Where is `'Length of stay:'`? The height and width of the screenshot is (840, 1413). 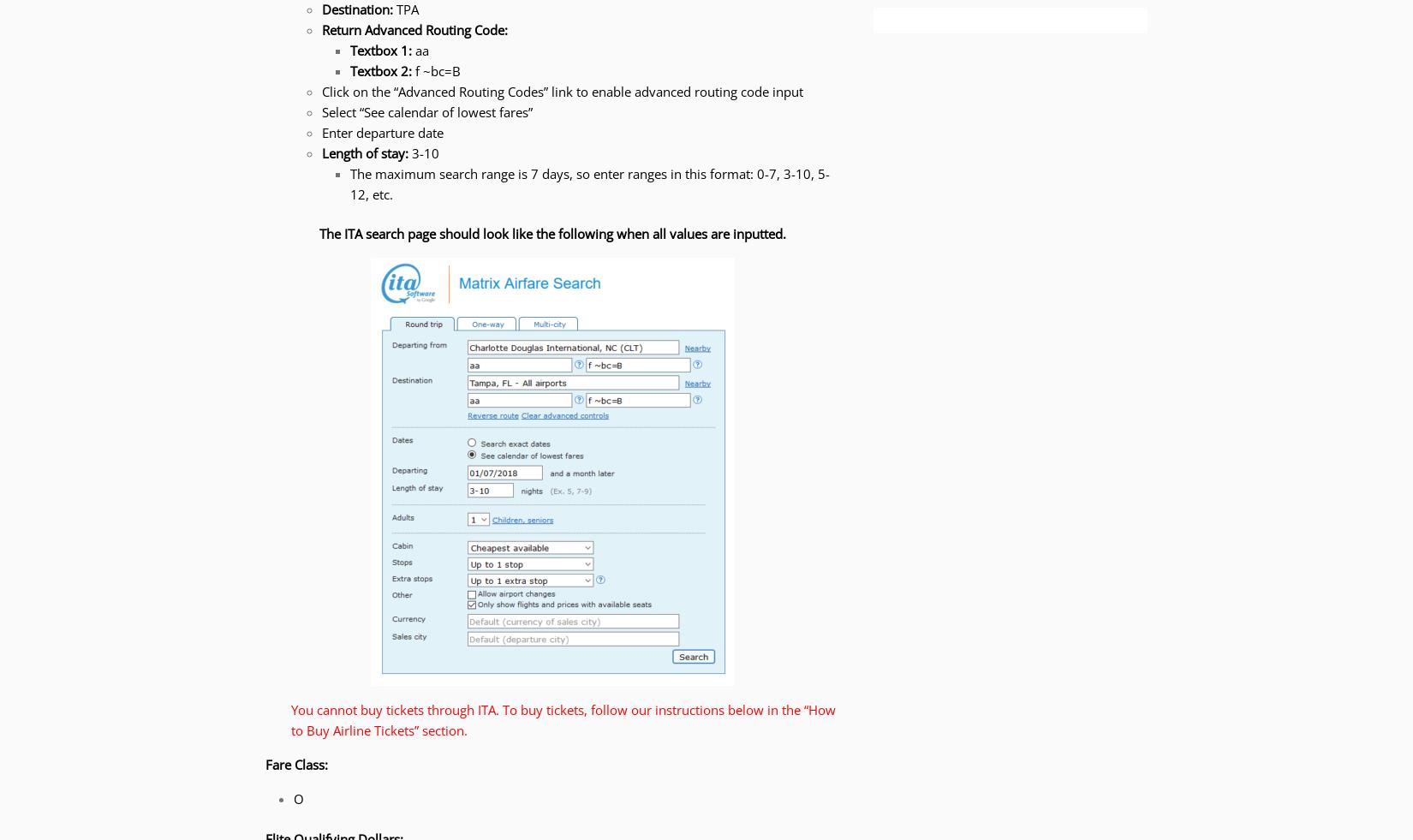
'Length of stay:' is located at coordinates (364, 151).